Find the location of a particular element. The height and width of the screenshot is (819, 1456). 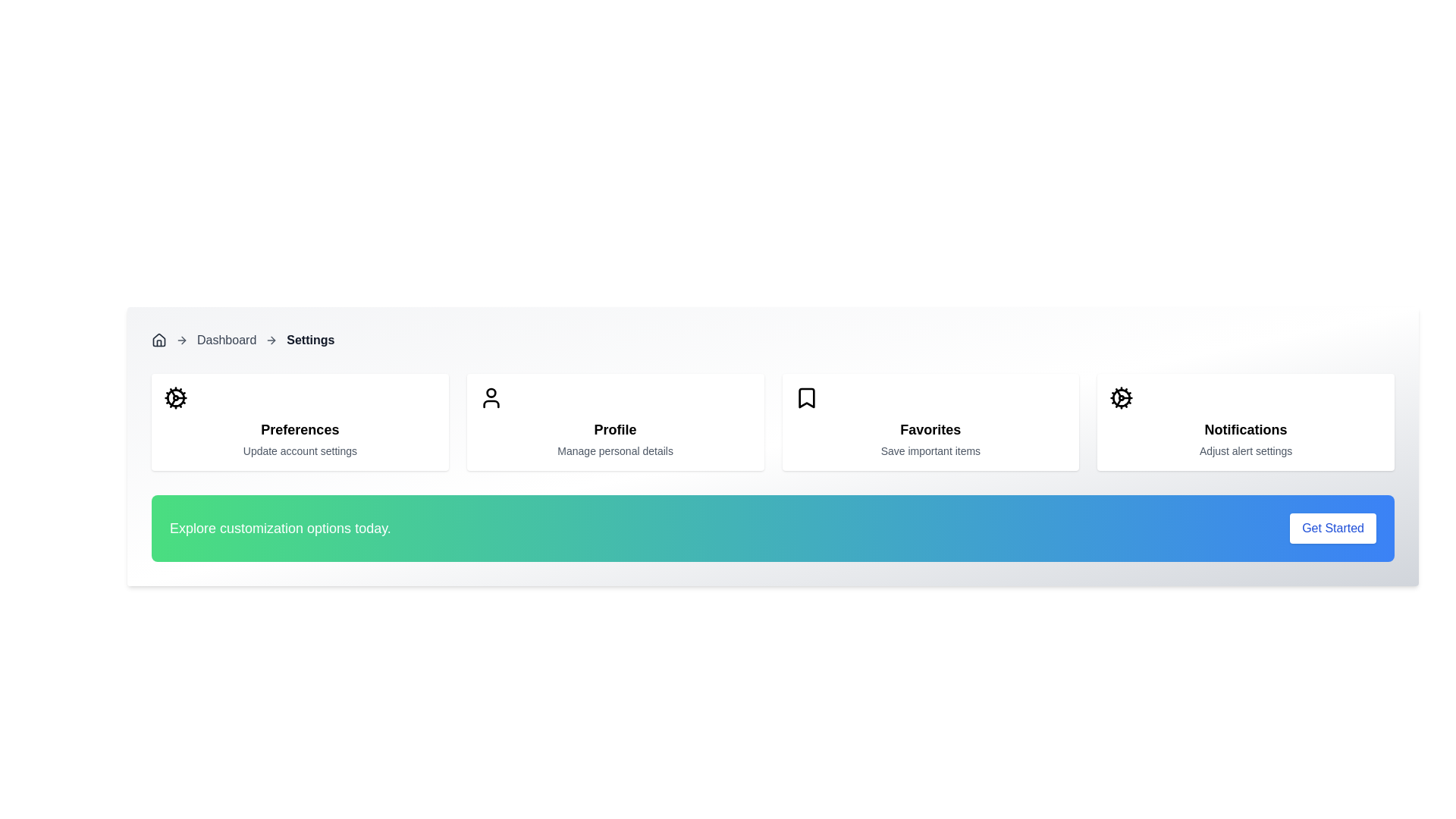

the text label displaying 'Manage personal details', which is located below the 'Profile' header in the card layout is located at coordinates (615, 450).